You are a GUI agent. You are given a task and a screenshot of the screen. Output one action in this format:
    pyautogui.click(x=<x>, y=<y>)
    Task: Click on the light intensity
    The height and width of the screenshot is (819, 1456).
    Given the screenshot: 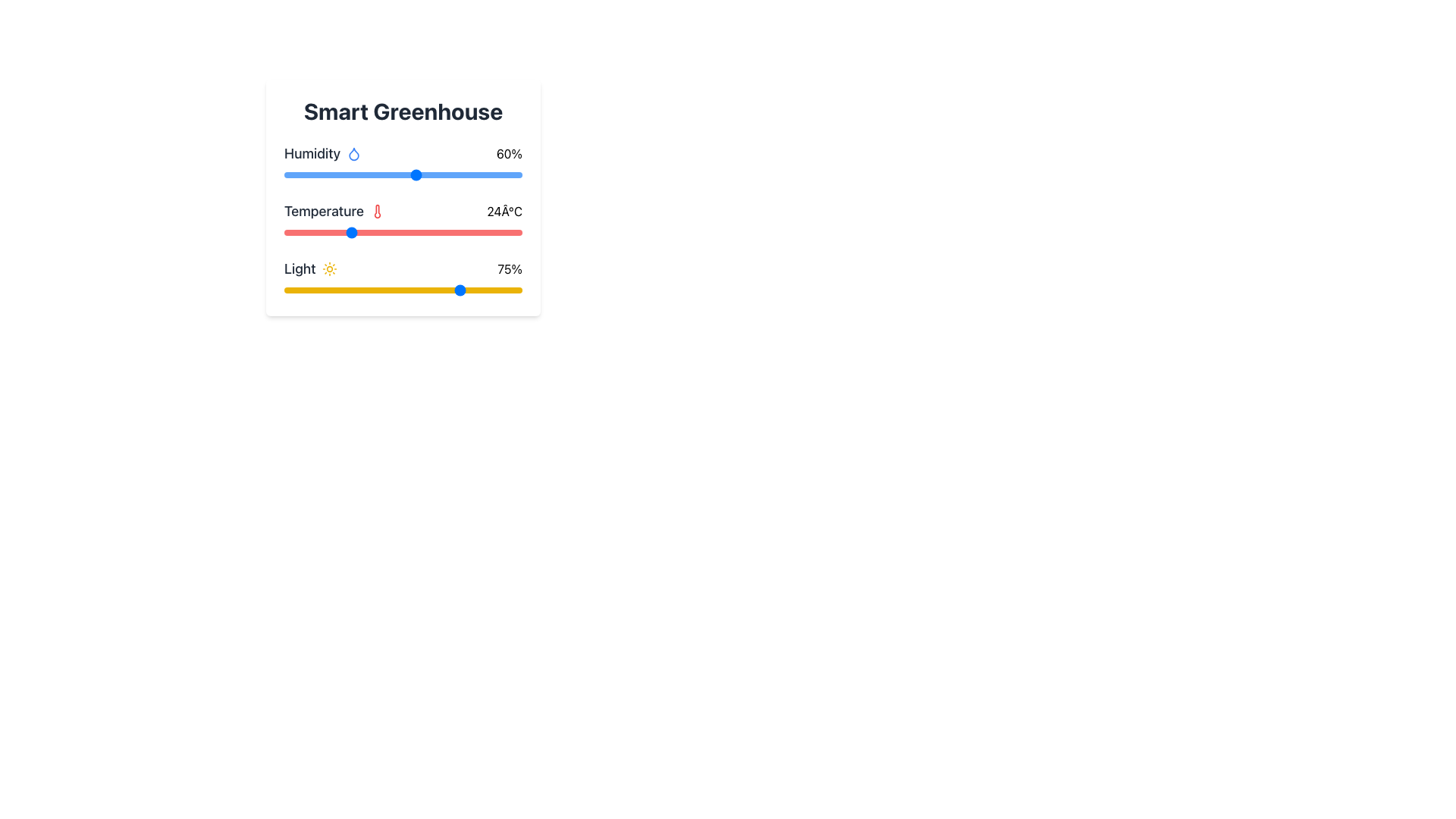 What is the action you would take?
    pyautogui.click(x=428, y=290)
    